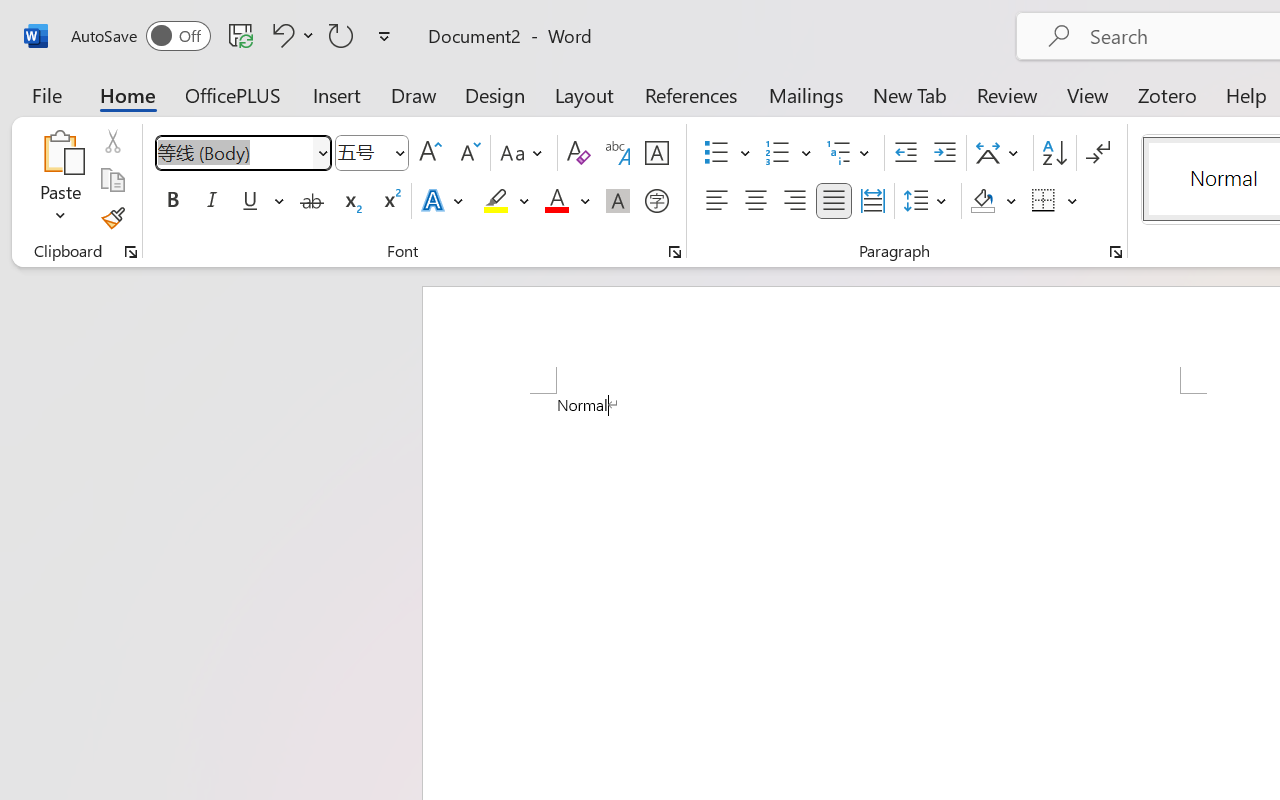  What do you see at coordinates (850, 153) in the screenshot?
I see `'Multilevel List'` at bounding box center [850, 153].